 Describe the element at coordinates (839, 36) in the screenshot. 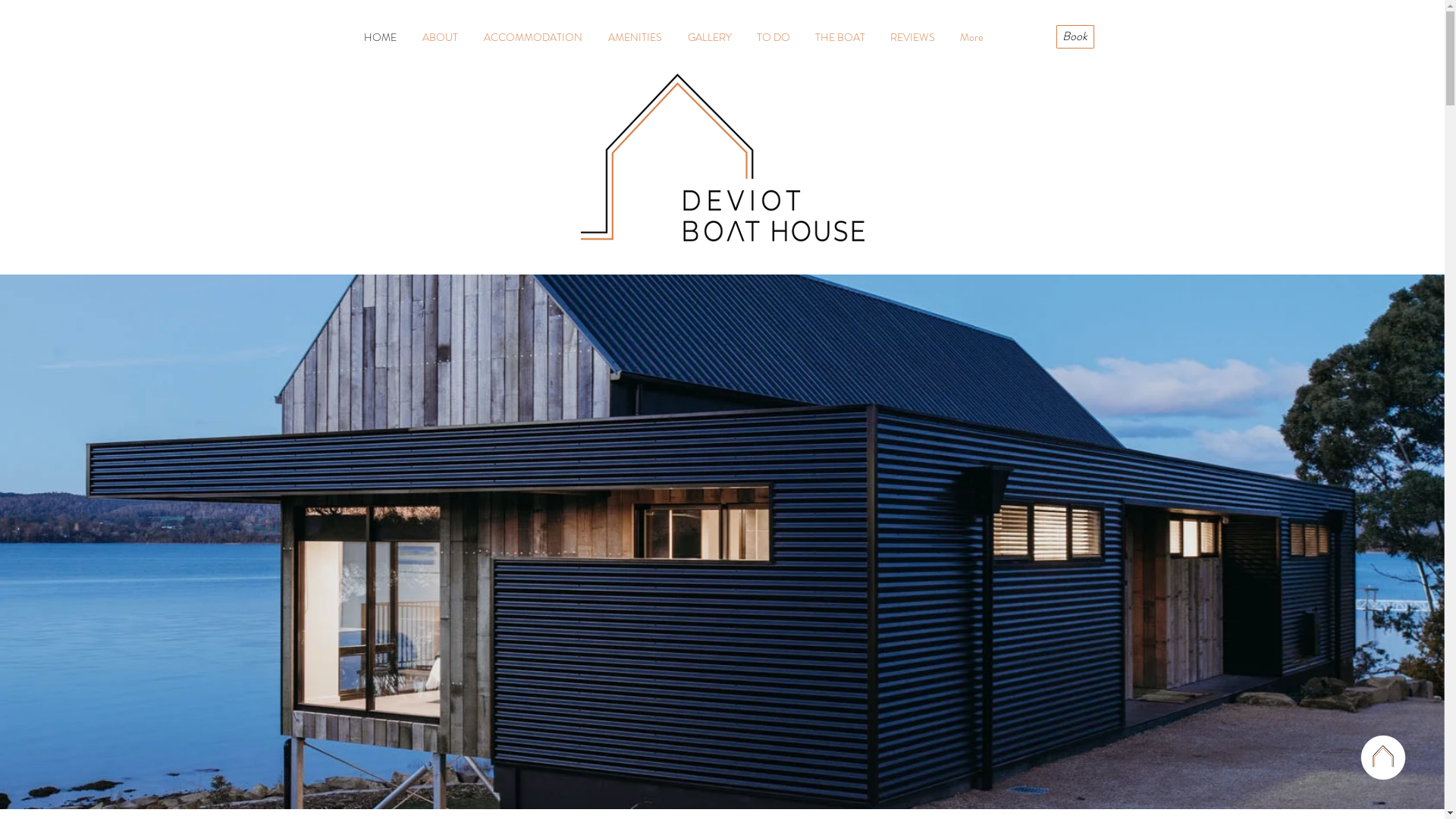

I see `'THE BOAT'` at that location.